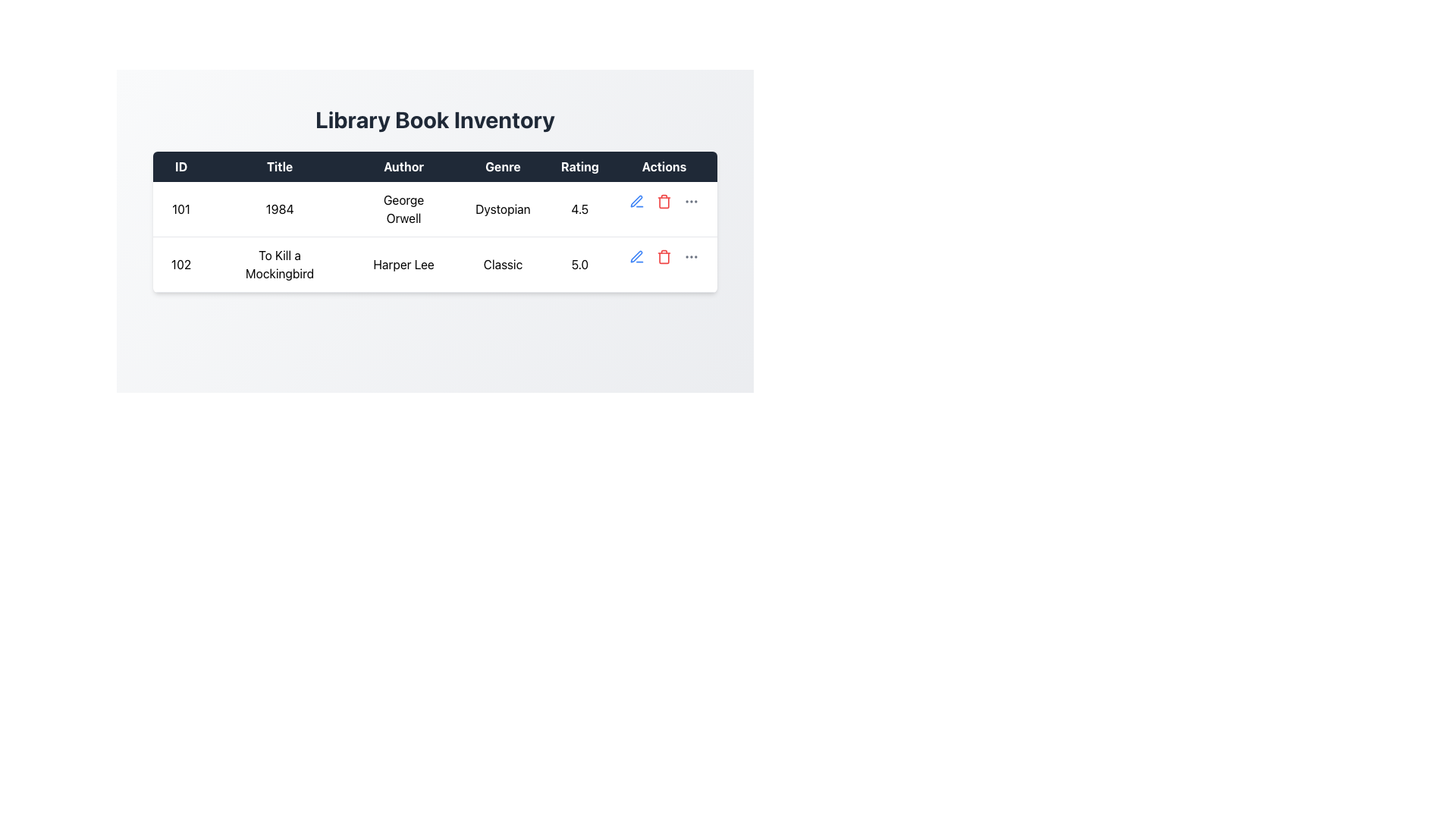 The width and height of the screenshot is (1456, 819). I want to click on the Ellipsis menu button, represented by three horizontally aligned dots, located in the last column of the second row in the 'Actions' section of the table, so click(691, 256).